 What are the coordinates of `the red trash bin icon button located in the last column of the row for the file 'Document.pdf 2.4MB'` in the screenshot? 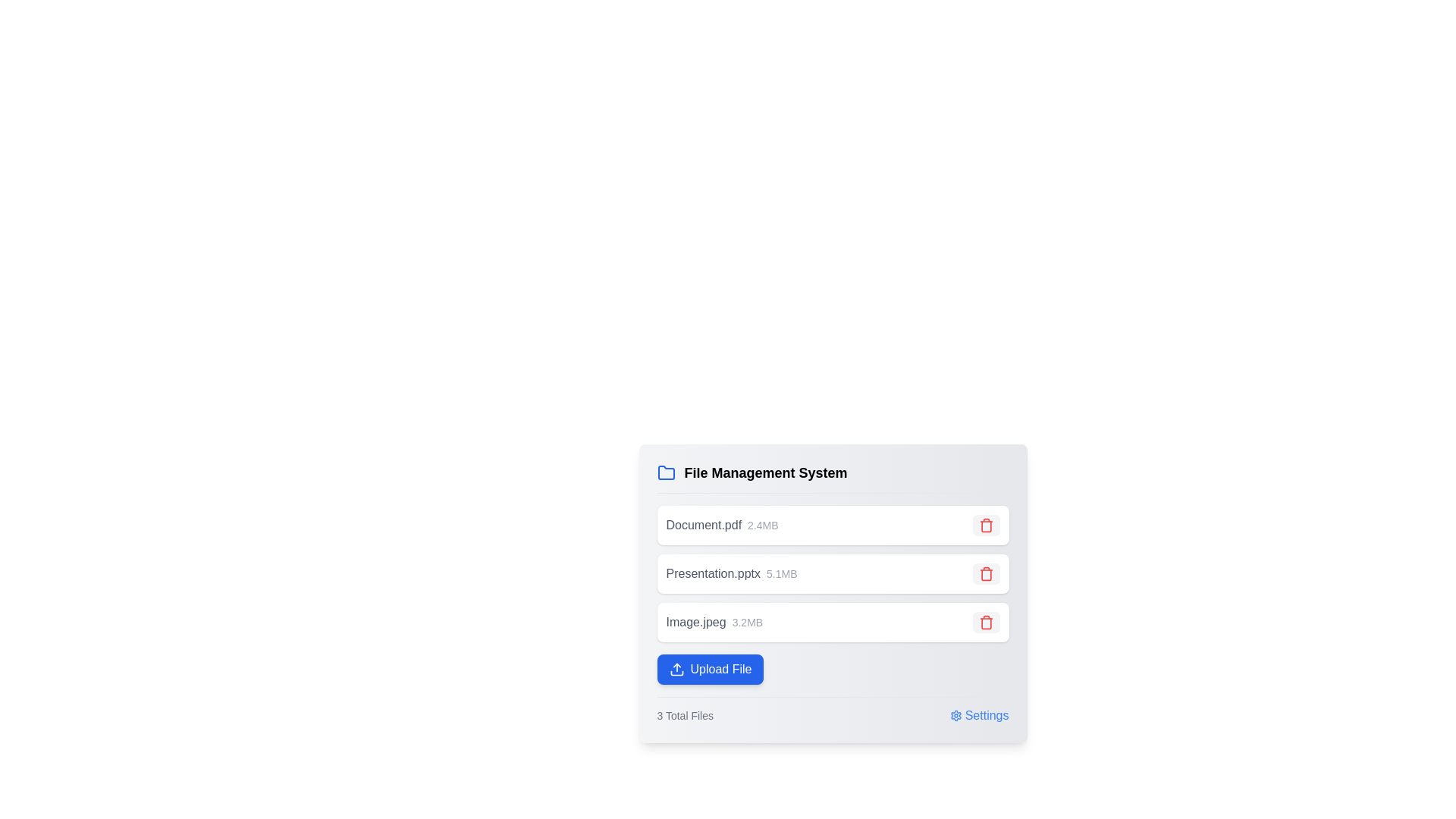 It's located at (986, 525).